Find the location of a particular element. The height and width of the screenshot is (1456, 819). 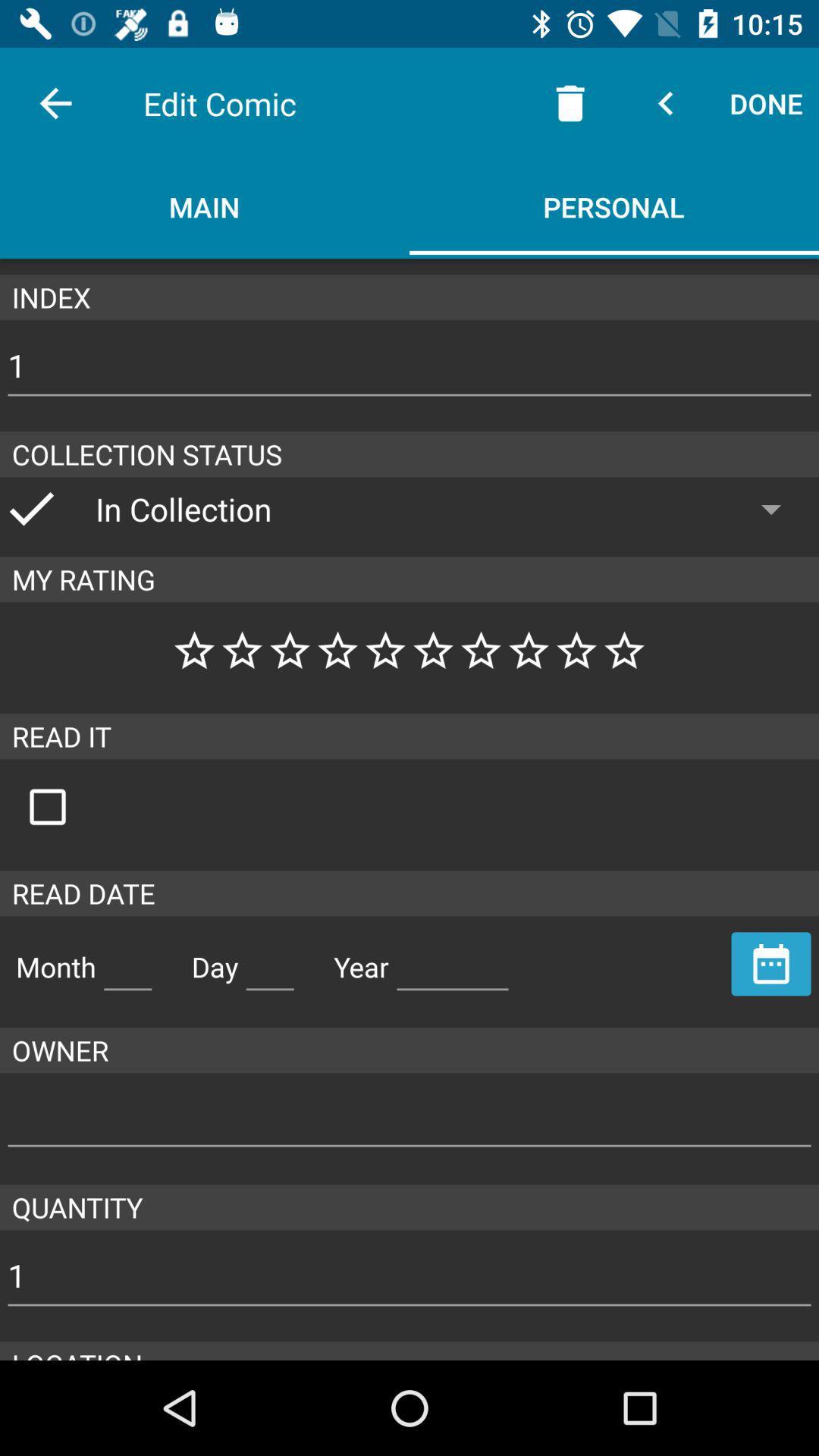

the date_range icon is located at coordinates (771, 963).